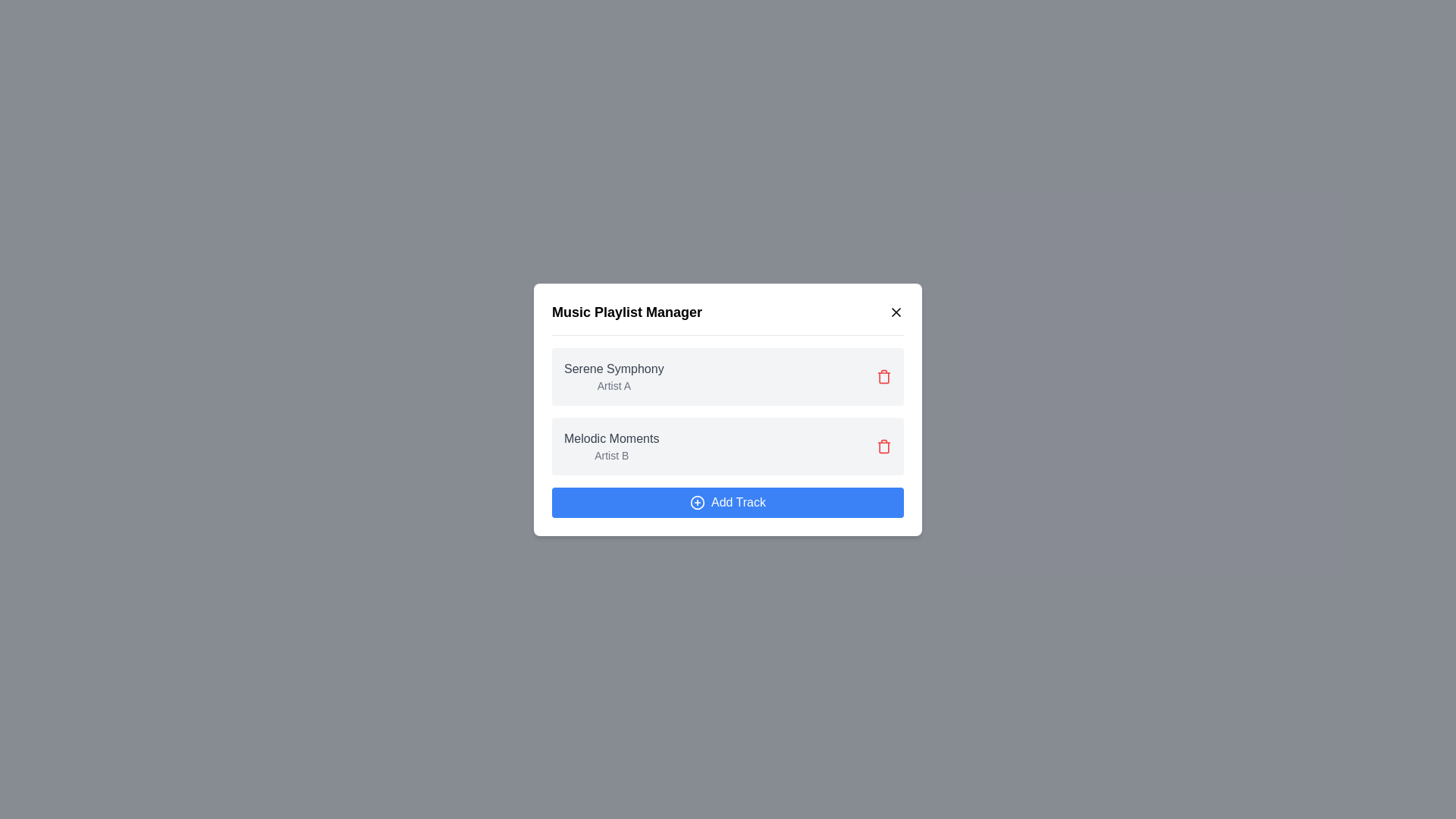 The image size is (1456, 819). What do you see at coordinates (613, 384) in the screenshot?
I see `the small text element reading 'Artist A' styled in a grayish small font located below the title 'Serene Symphony' in the 'Music Playlist Manager' modal` at bounding box center [613, 384].